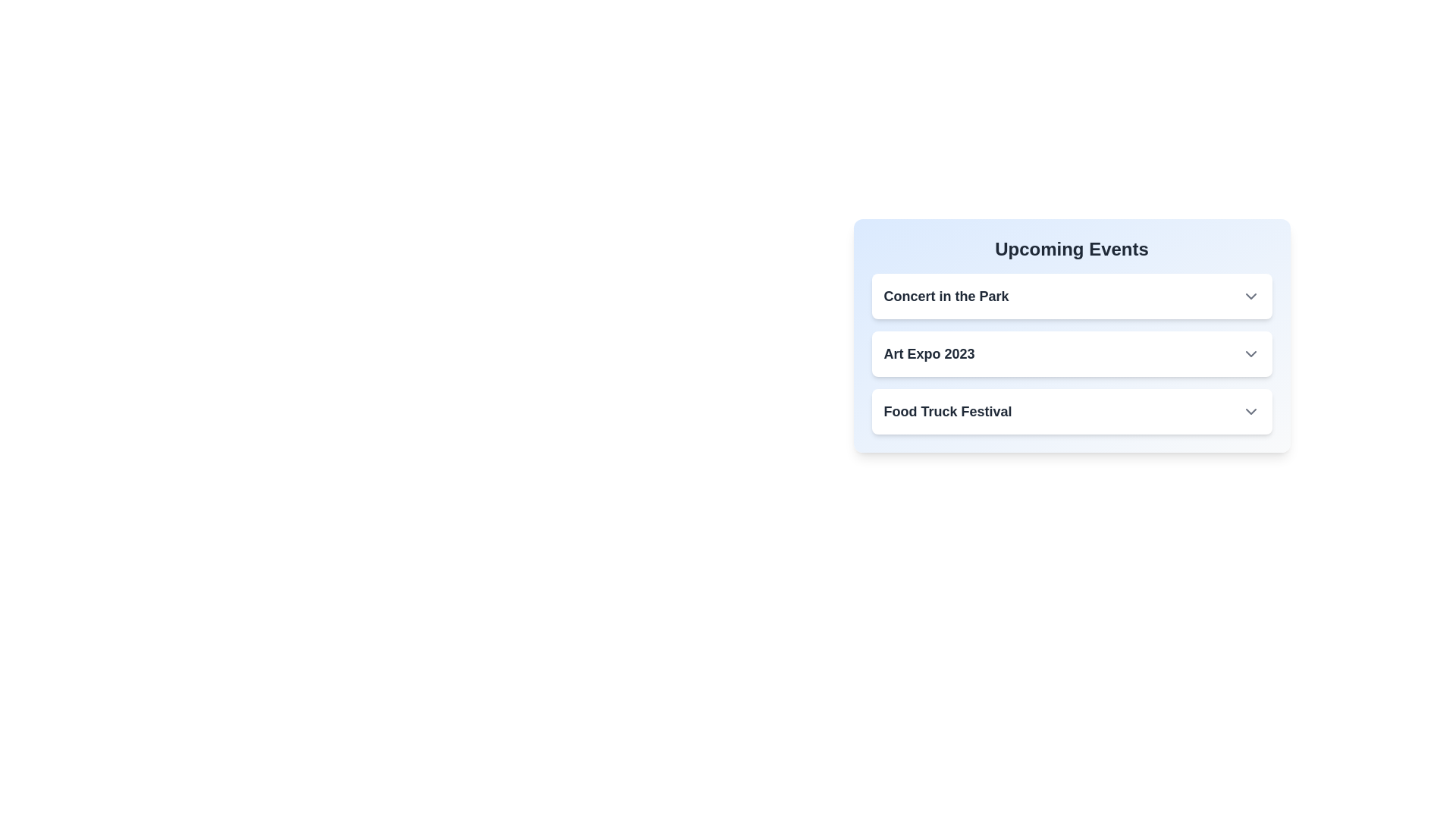 The image size is (1456, 819). What do you see at coordinates (1250, 296) in the screenshot?
I see `the toggle button for Concert in the Park to expand or collapse its details` at bounding box center [1250, 296].